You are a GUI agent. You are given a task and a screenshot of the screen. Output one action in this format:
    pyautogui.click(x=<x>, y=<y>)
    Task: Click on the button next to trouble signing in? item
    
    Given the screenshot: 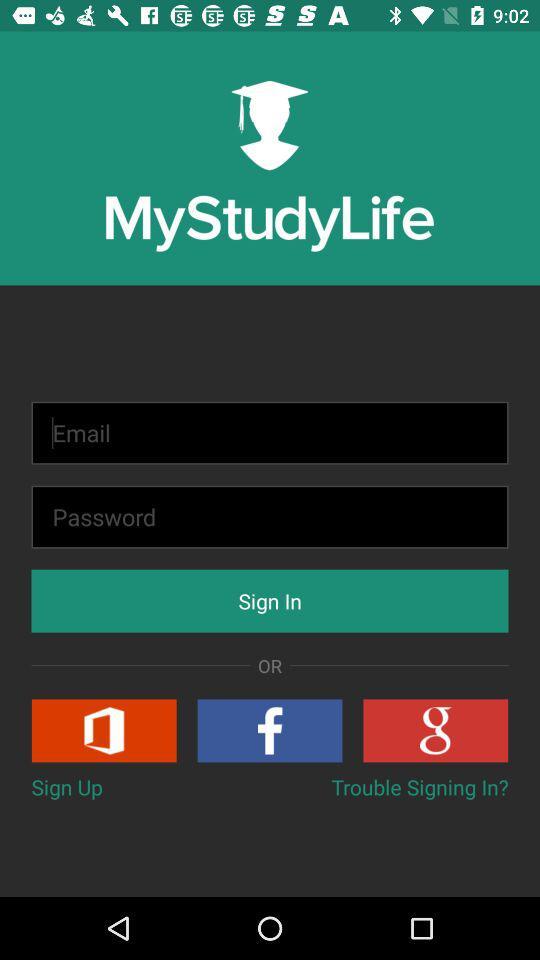 What is the action you would take?
    pyautogui.click(x=67, y=787)
    